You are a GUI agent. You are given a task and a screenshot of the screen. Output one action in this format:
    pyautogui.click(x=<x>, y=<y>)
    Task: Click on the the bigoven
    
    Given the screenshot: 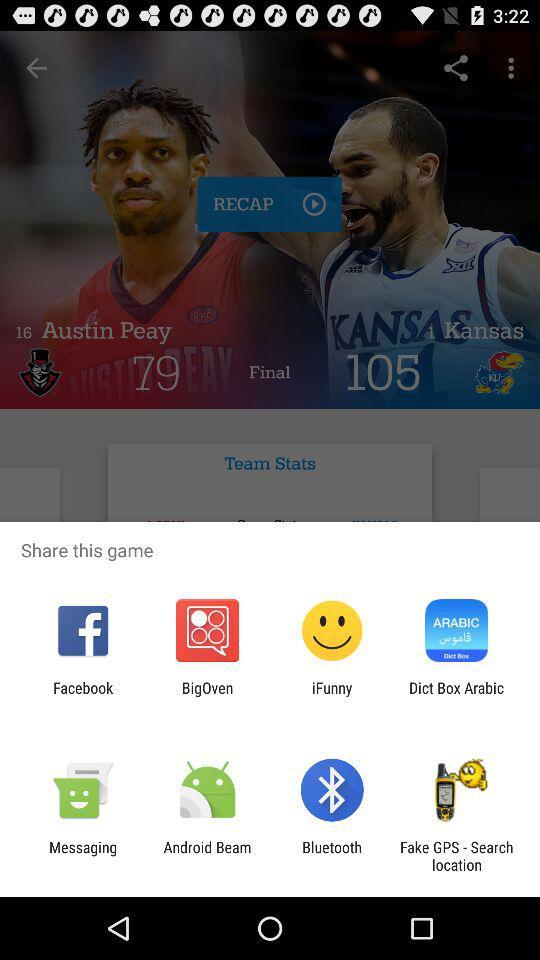 What is the action you would take?
    pyautogui.click(x=206, y=696)
    